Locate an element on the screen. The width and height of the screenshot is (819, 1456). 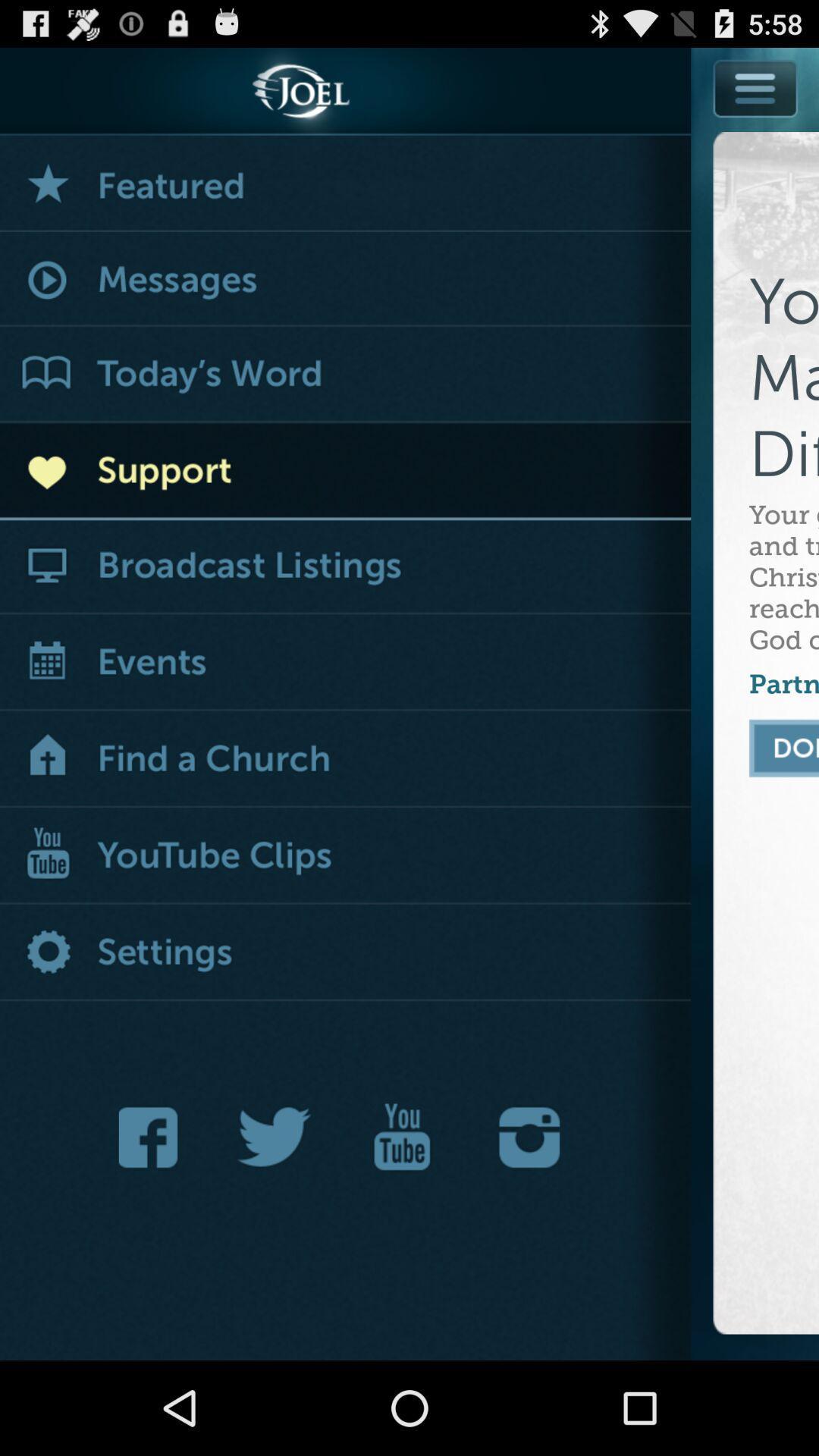
show app options is located at coordinates (756, 87).